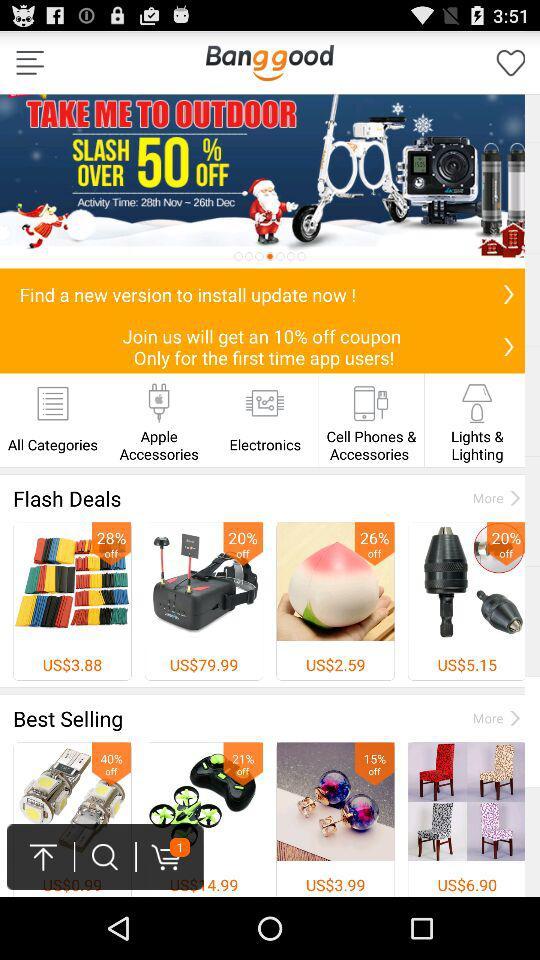 Image resolution: width=540 pixels, height=960 pixels. Describe the element at coordinates (270, 181) in the screenshot. I see `offers page` at that location.